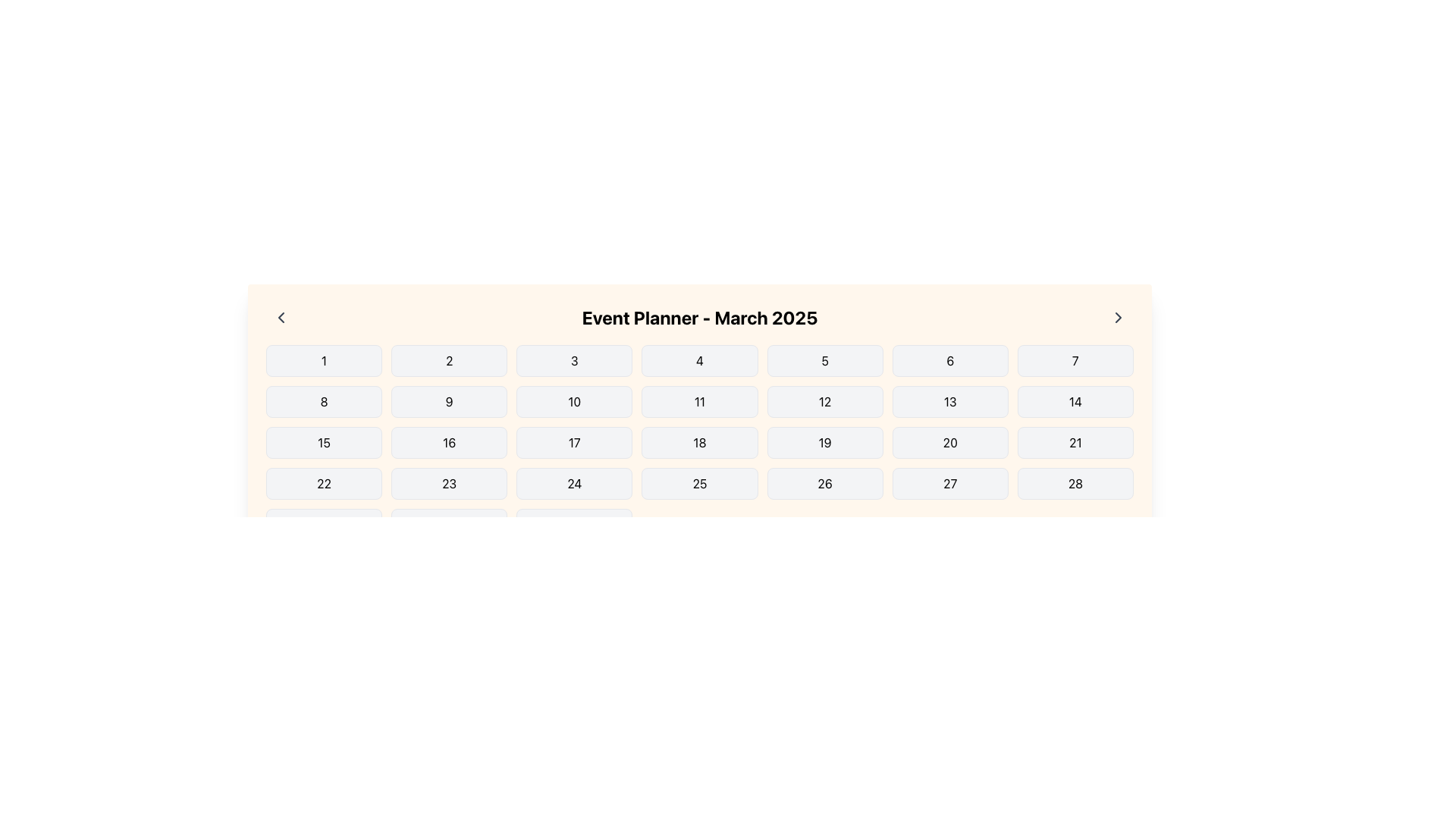 The image size is (1456, 819). Describe the element at coordinates (1075, 360) in the screenshot. I see `the button representing the 7th day of the month in the calendar view` at that location.